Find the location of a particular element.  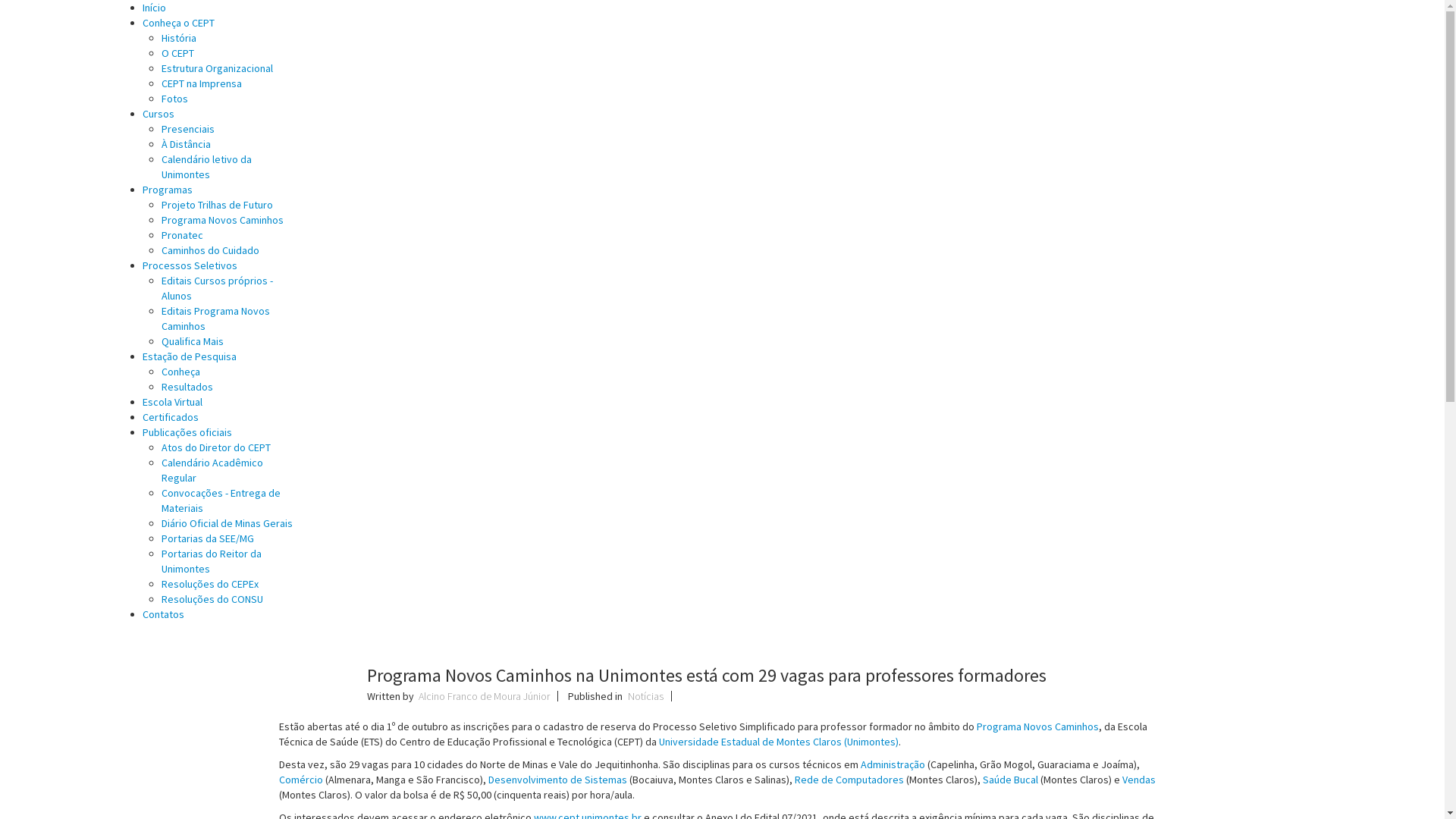

'Estrutura Organizacional' is located at coordinates (216, 67).